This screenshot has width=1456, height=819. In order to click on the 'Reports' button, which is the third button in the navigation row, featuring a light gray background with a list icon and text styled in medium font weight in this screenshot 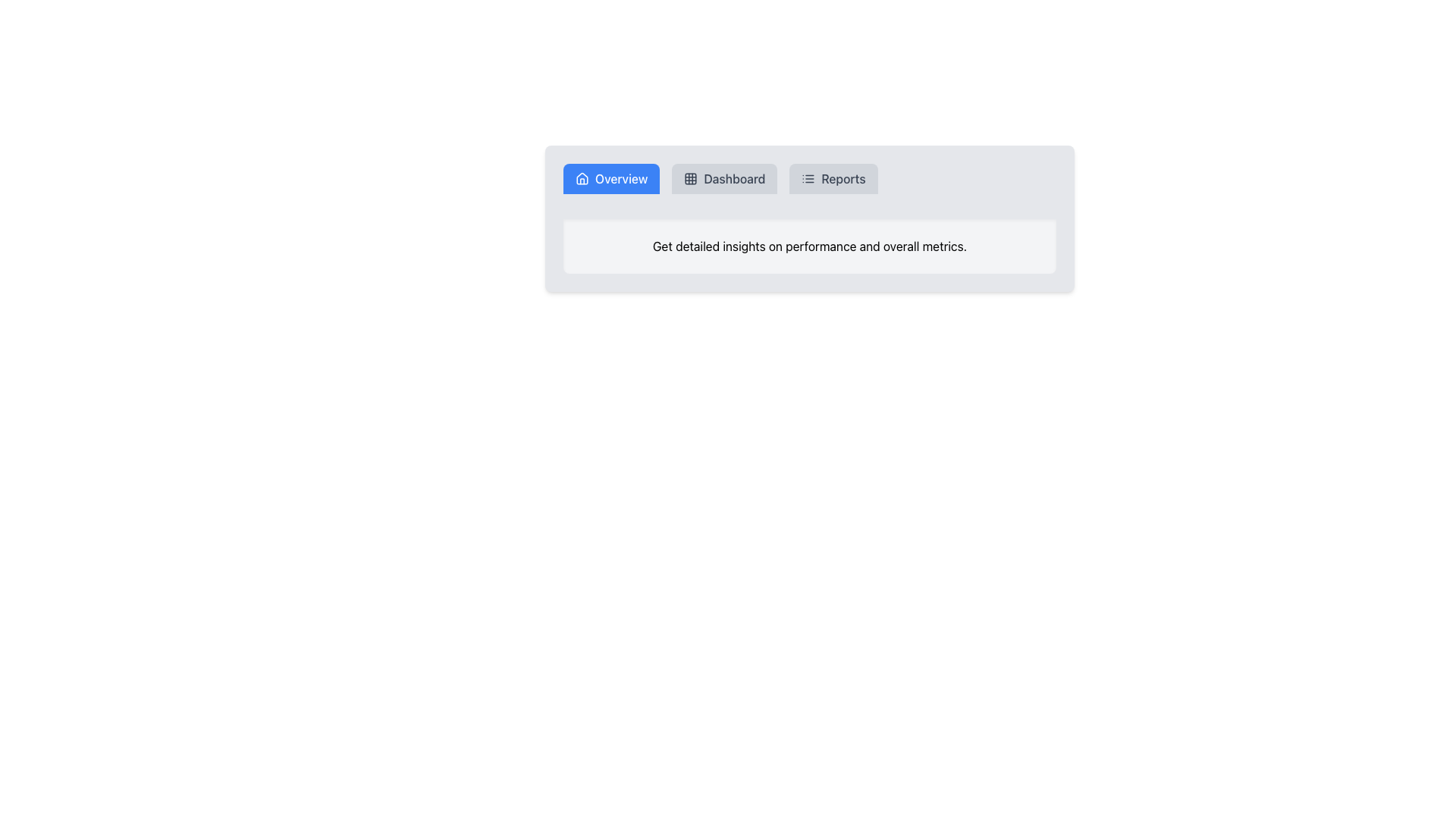, I will do `click(833, 177)`.